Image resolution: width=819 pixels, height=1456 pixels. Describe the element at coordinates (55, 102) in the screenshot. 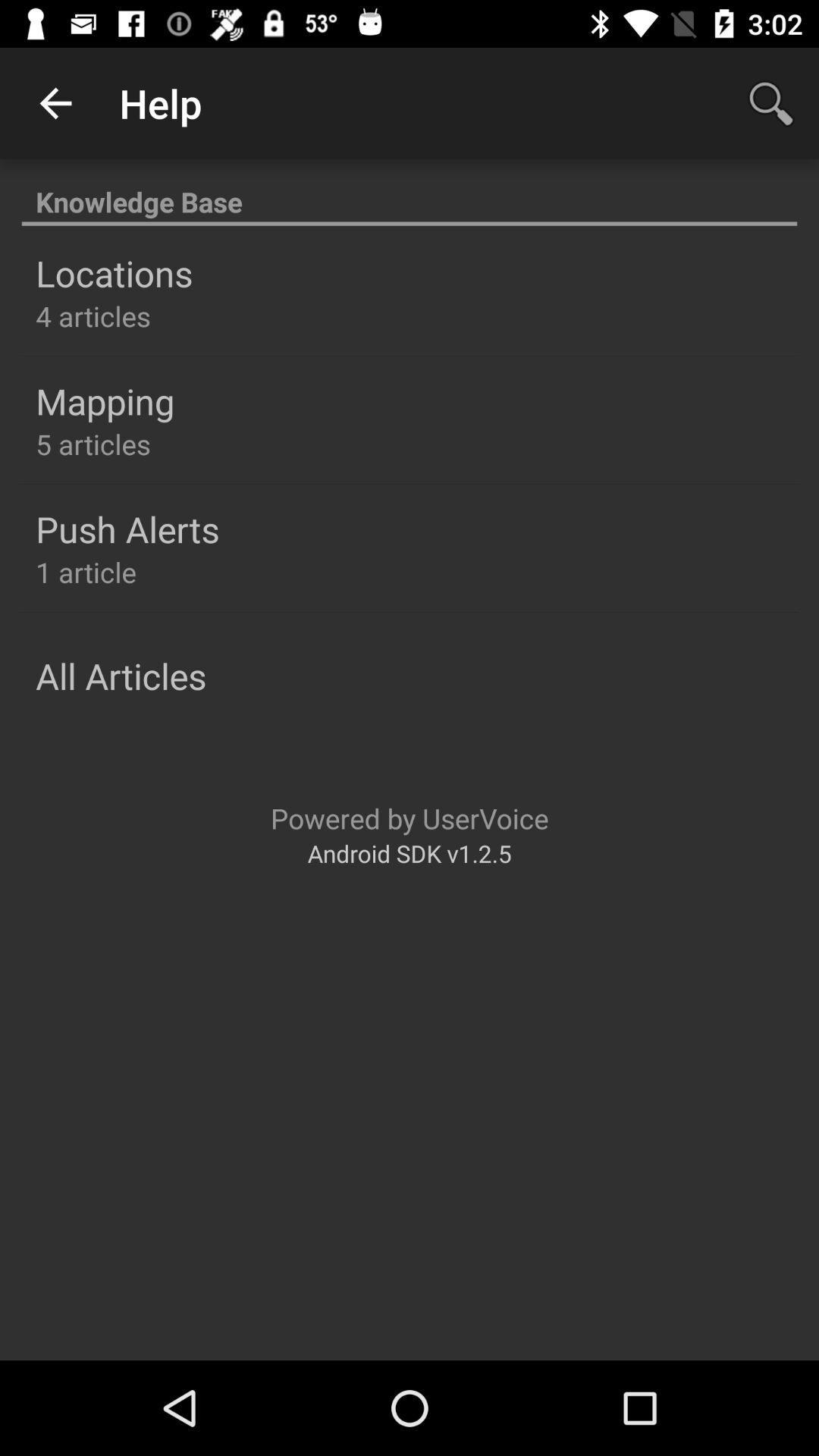

I see `the item above knowledge base icon` at that location.